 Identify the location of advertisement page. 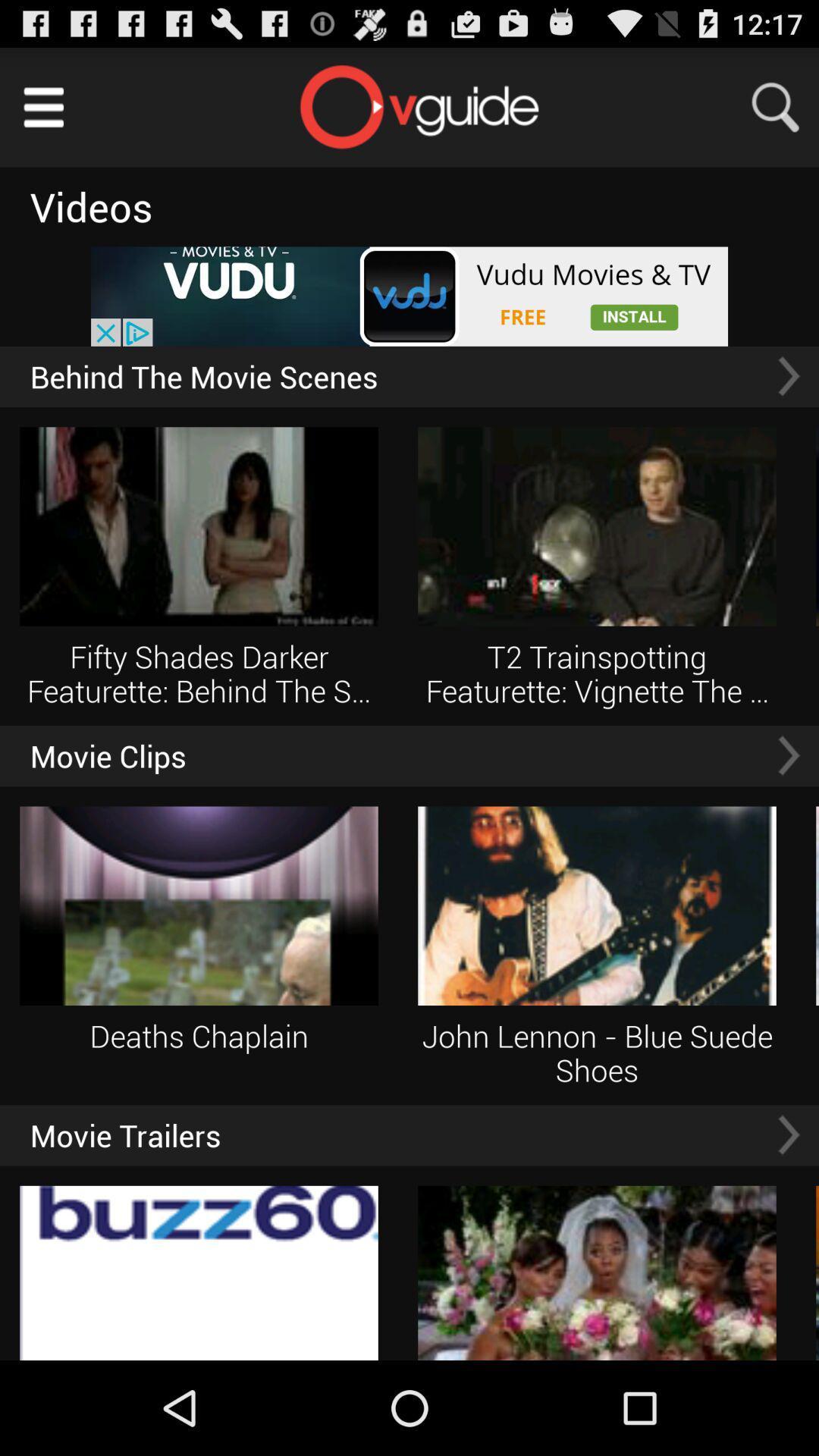
(409, 297).